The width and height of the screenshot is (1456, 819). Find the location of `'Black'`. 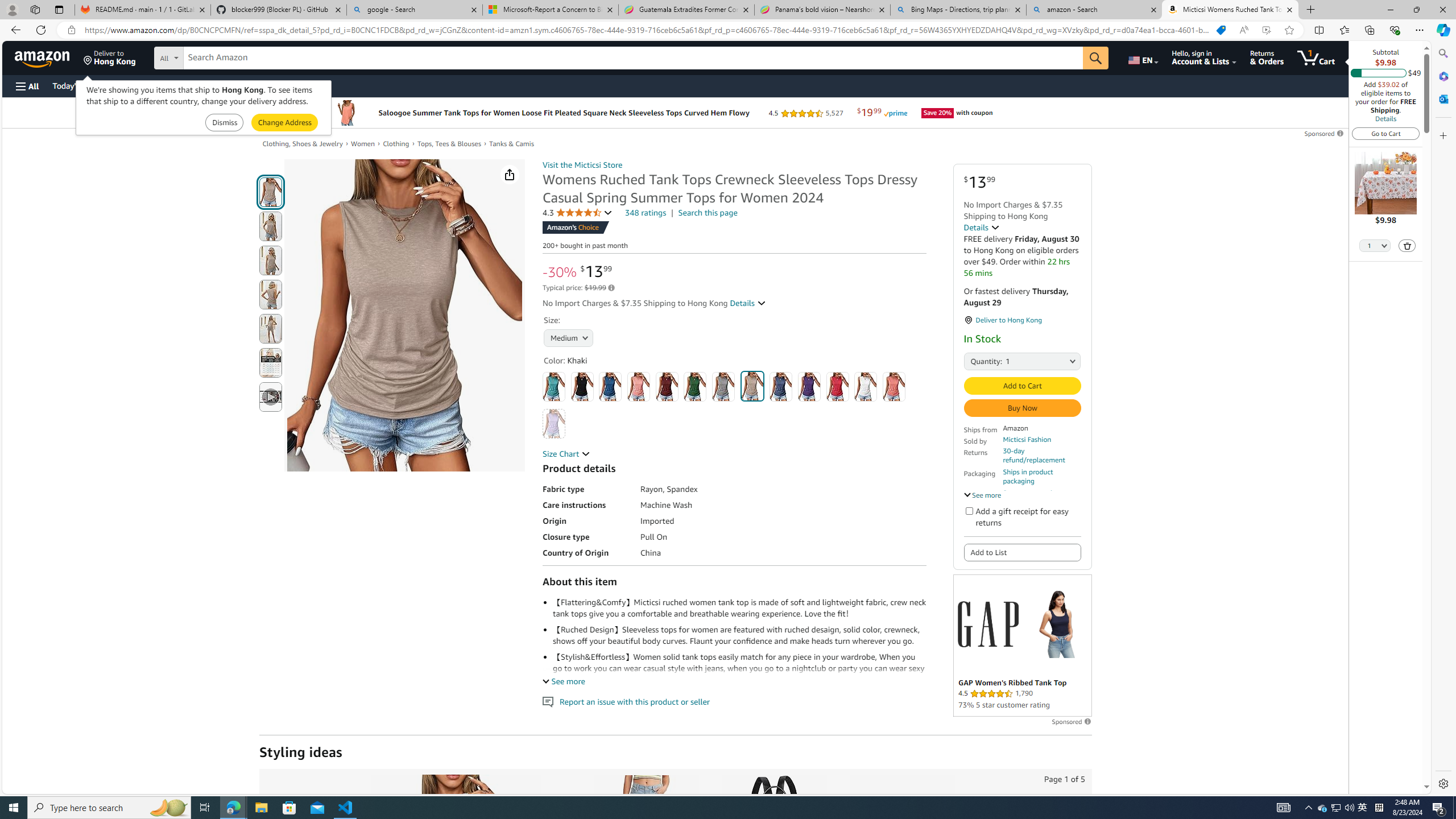

'Black' is located at coordinates (581, 386).